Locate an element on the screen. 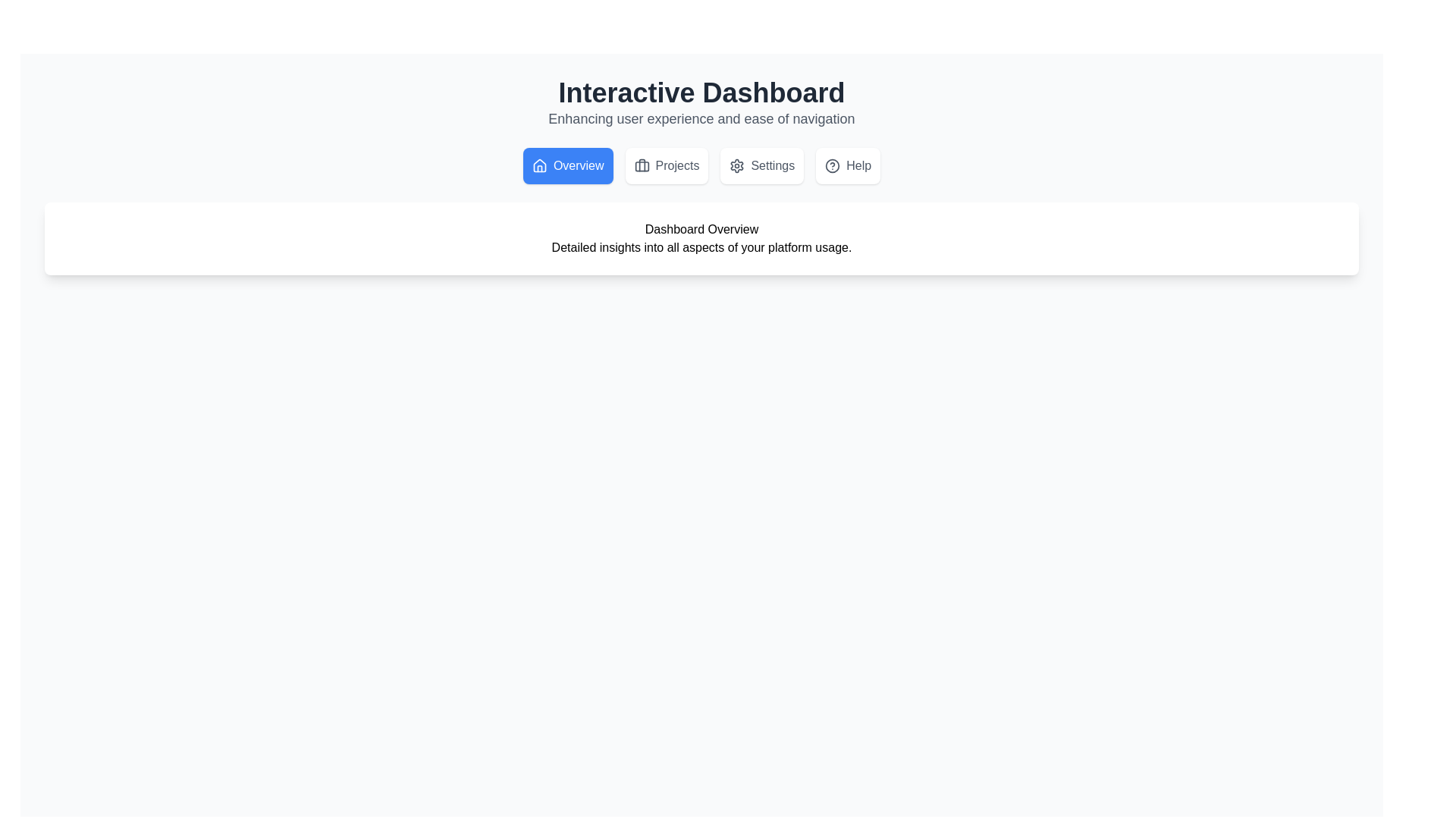 Image resolution: width=1456 pixels, height=819 pixels. the decorative vector graphic element within the briefcase icon, which represents the 'Projects' section in the navigation bar is located at coordinates (642, 165).